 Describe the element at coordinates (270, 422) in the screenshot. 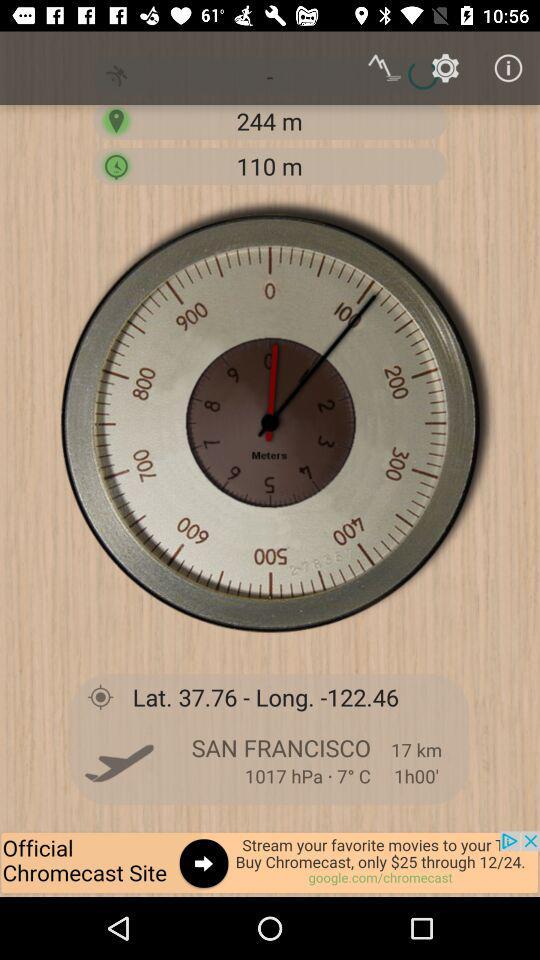

I see `the time frame image` at that location.